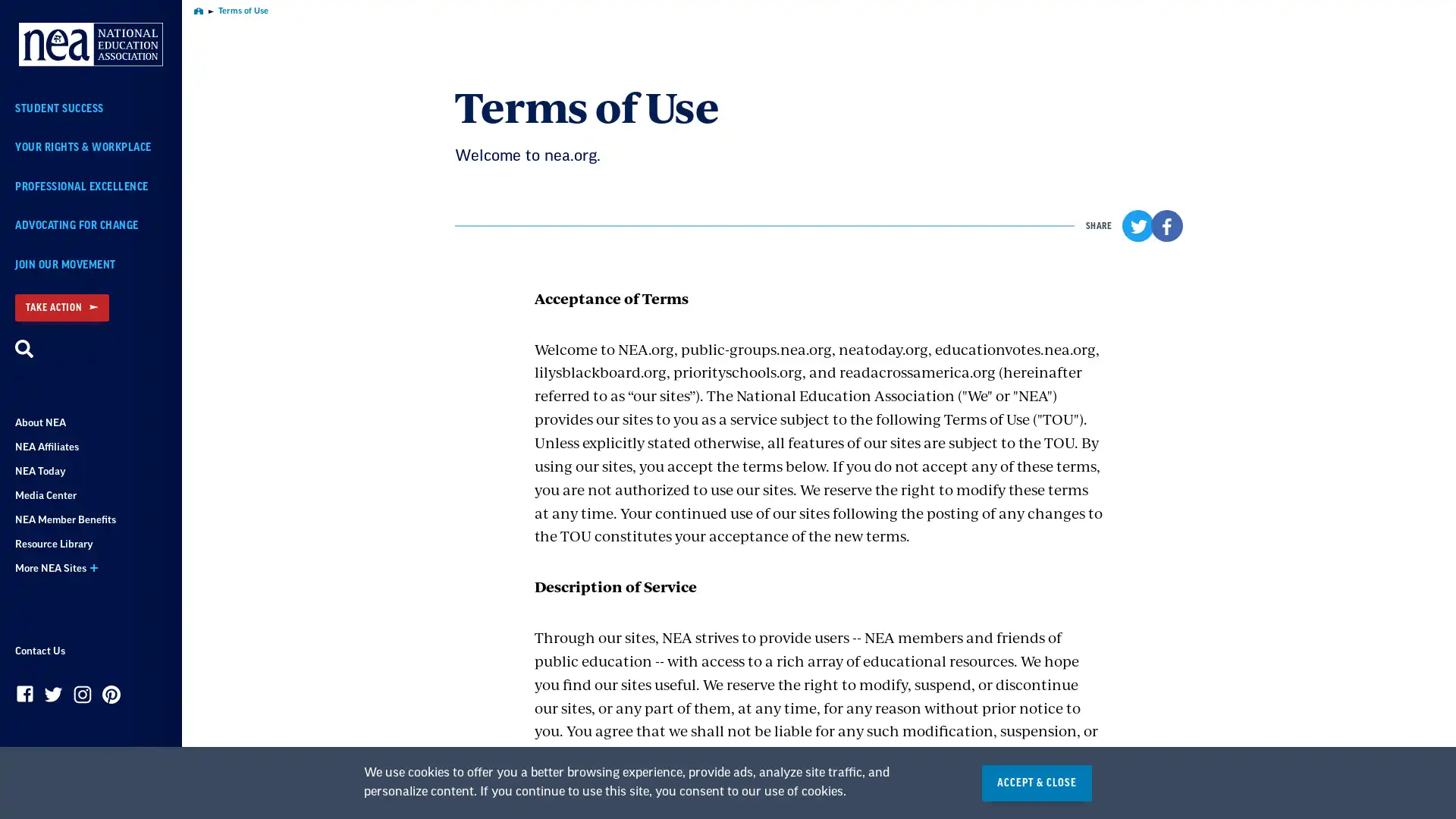  Describe the element at coordinates (24, 350) in the screenshot. I see `Search` at that location.